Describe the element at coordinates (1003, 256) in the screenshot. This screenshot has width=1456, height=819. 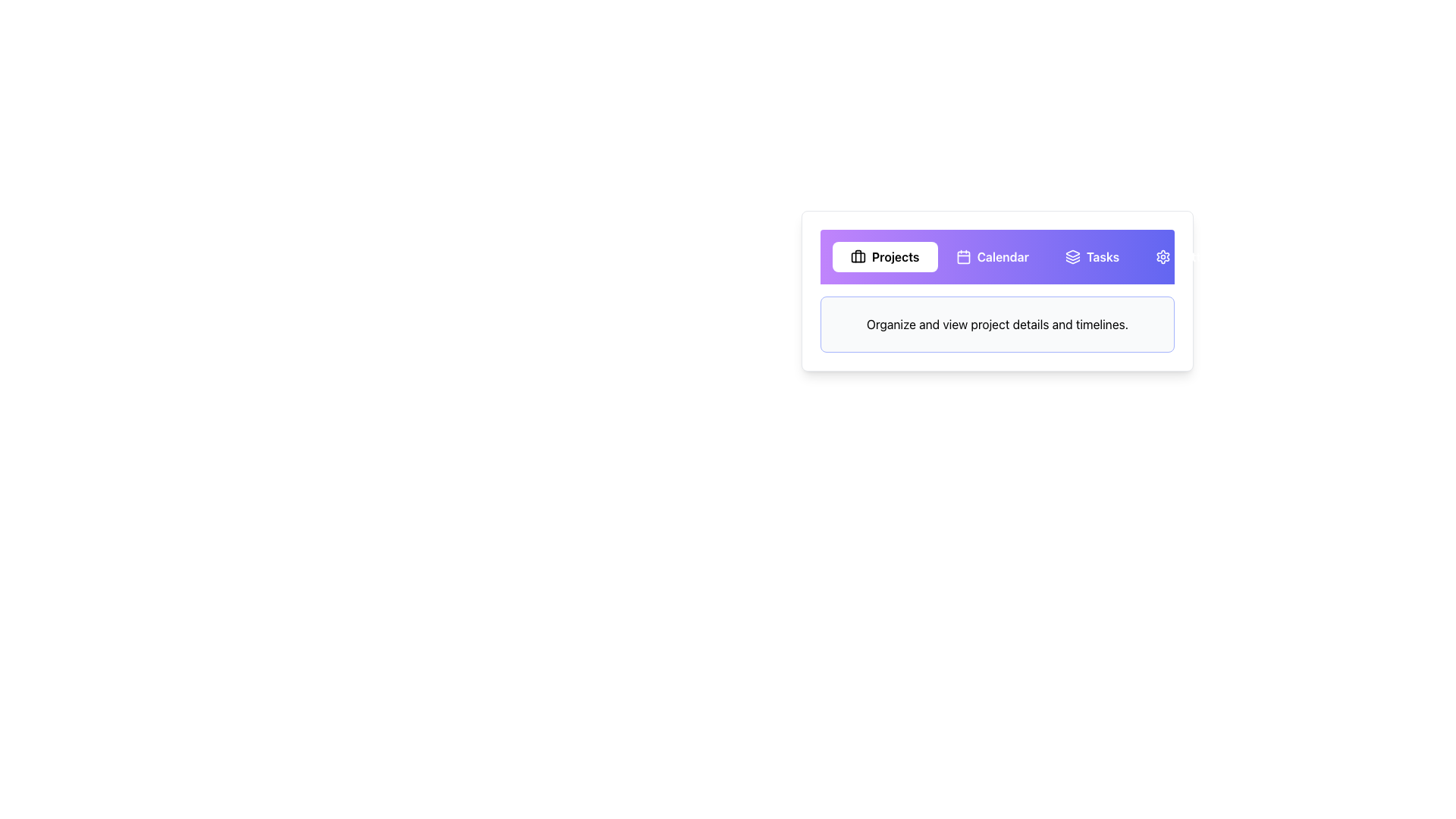
I see `the 'Calendar' text label` at that location.